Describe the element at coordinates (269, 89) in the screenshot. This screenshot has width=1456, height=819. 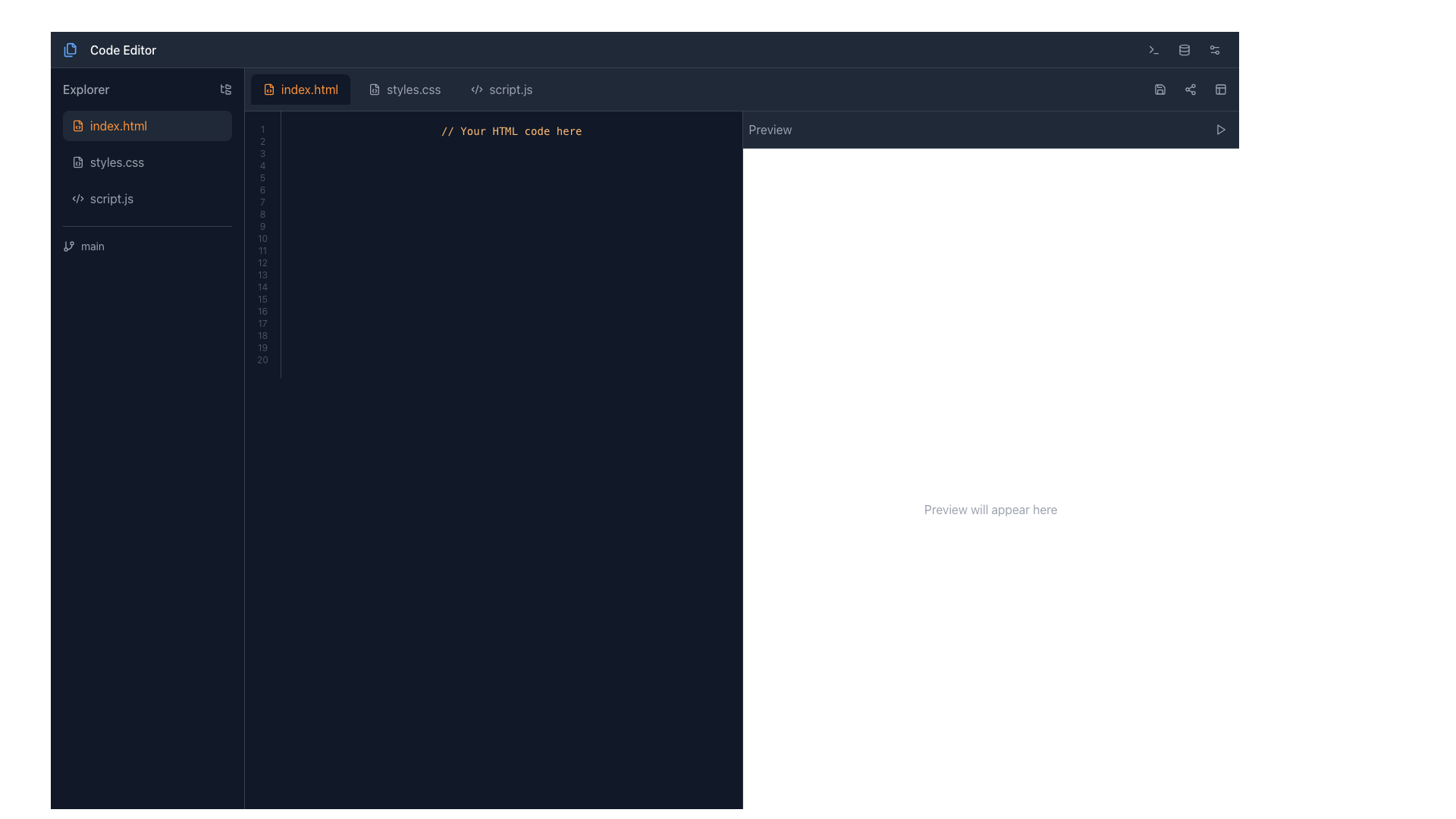
I see `the icon resembling a document with a code symbol, located next to 'index.html' on the left side of the file explorer interface, to show additional options` at that location.